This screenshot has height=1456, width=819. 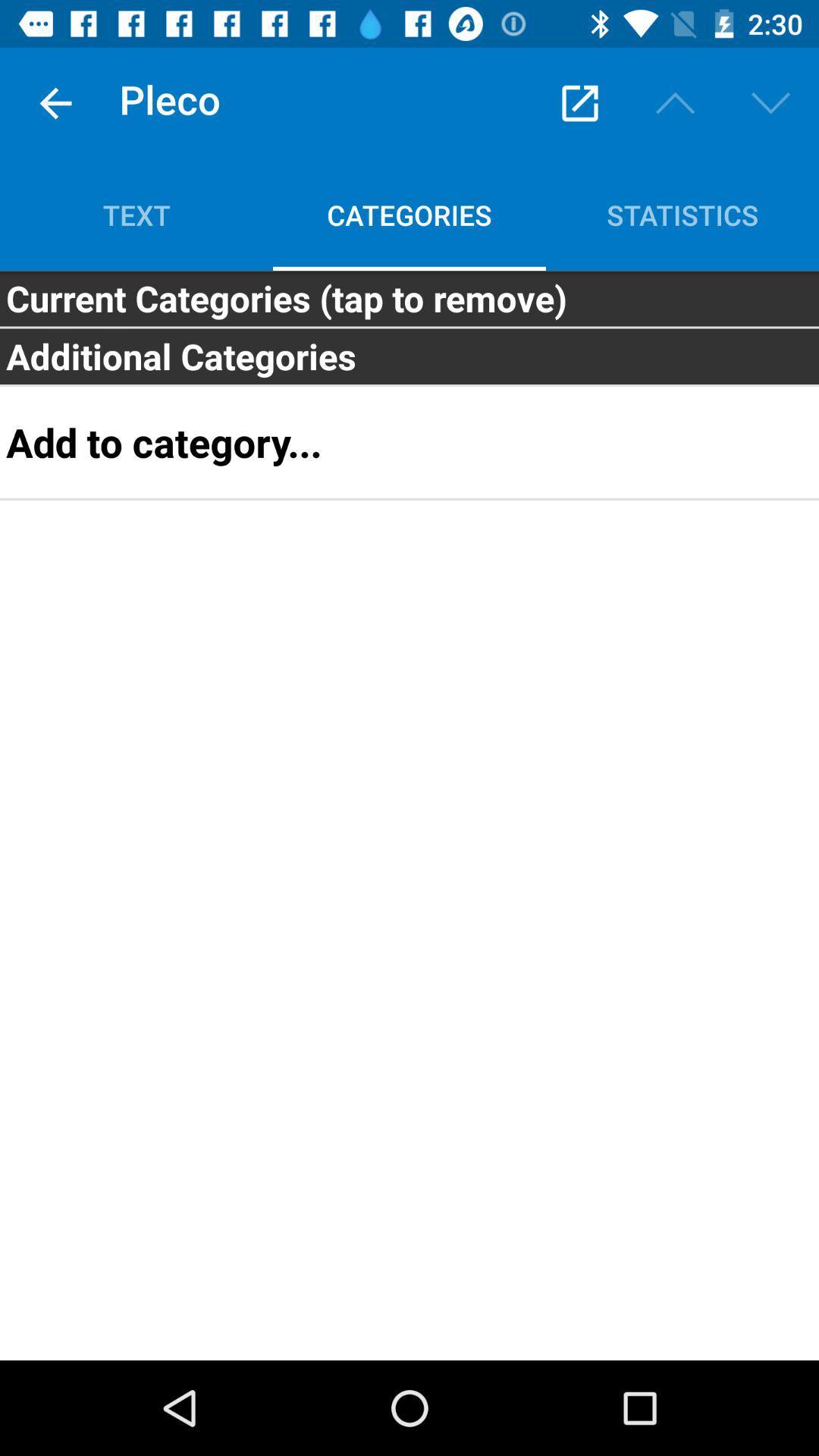 What do you see at coordinates (136, 214) in the screenshot?
I see `text icon` at bounding box center [136, 214].